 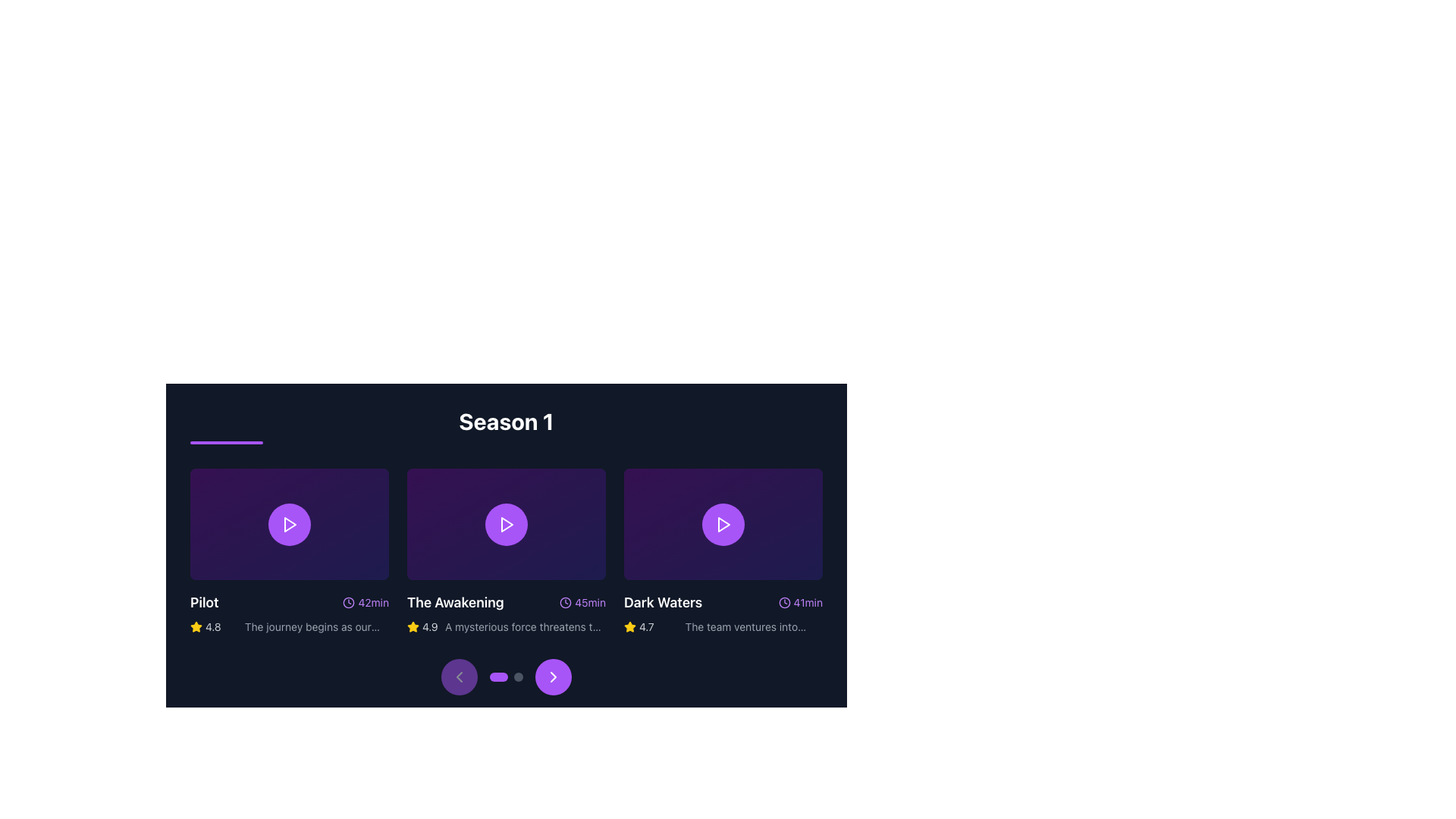 What do you see at coordinates (552, 676) in the screenshot?
I see `the Chevron Arrow icon located at the bottom center of the interface` at bounding box center [552, 676].